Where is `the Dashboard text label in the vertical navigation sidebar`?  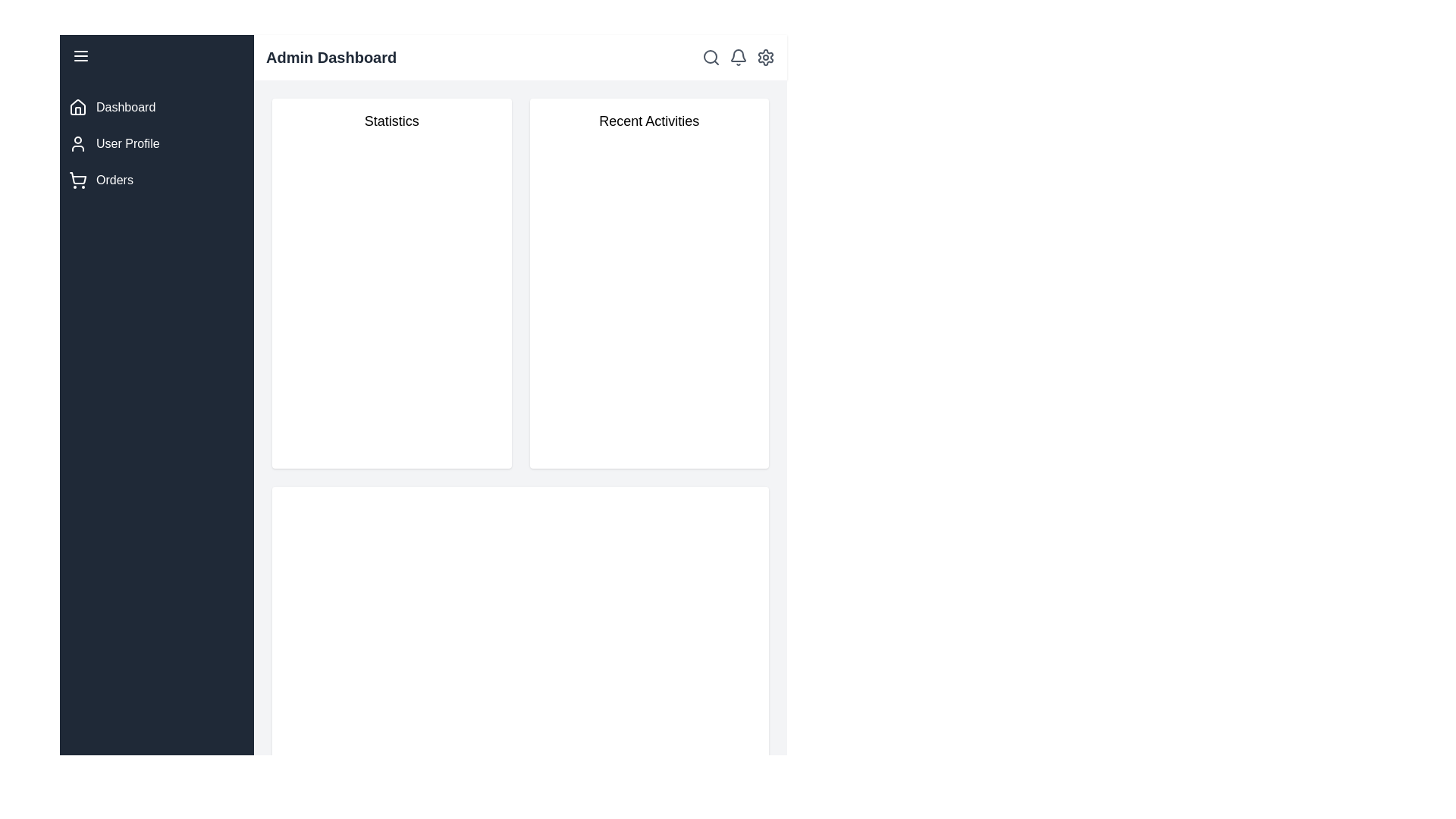
the Dashboard text label in the vertical navigation sidebar is located at coordinates (126, 107).